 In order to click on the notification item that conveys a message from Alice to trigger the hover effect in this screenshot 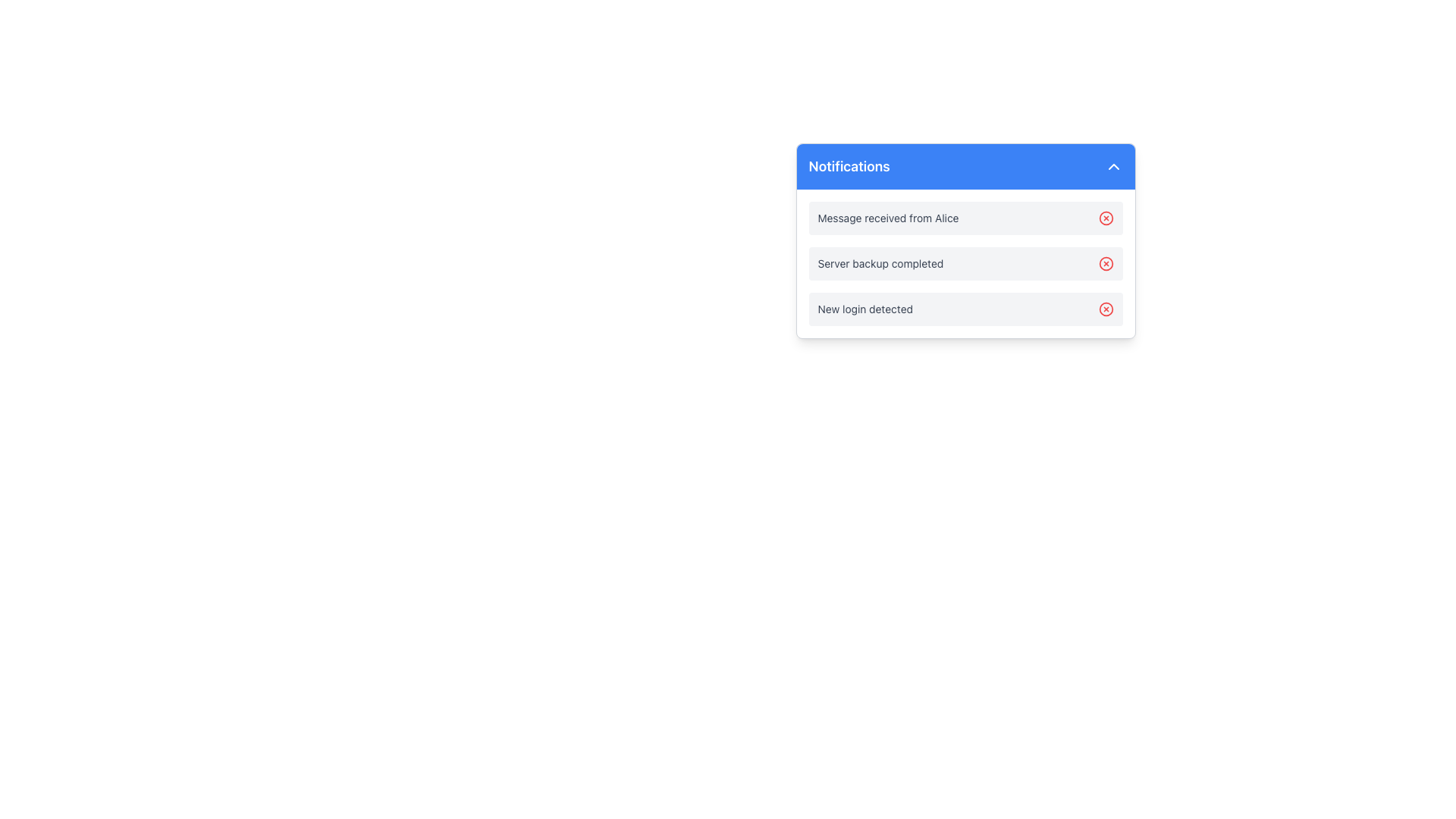, I will do `click(965, 218)`.